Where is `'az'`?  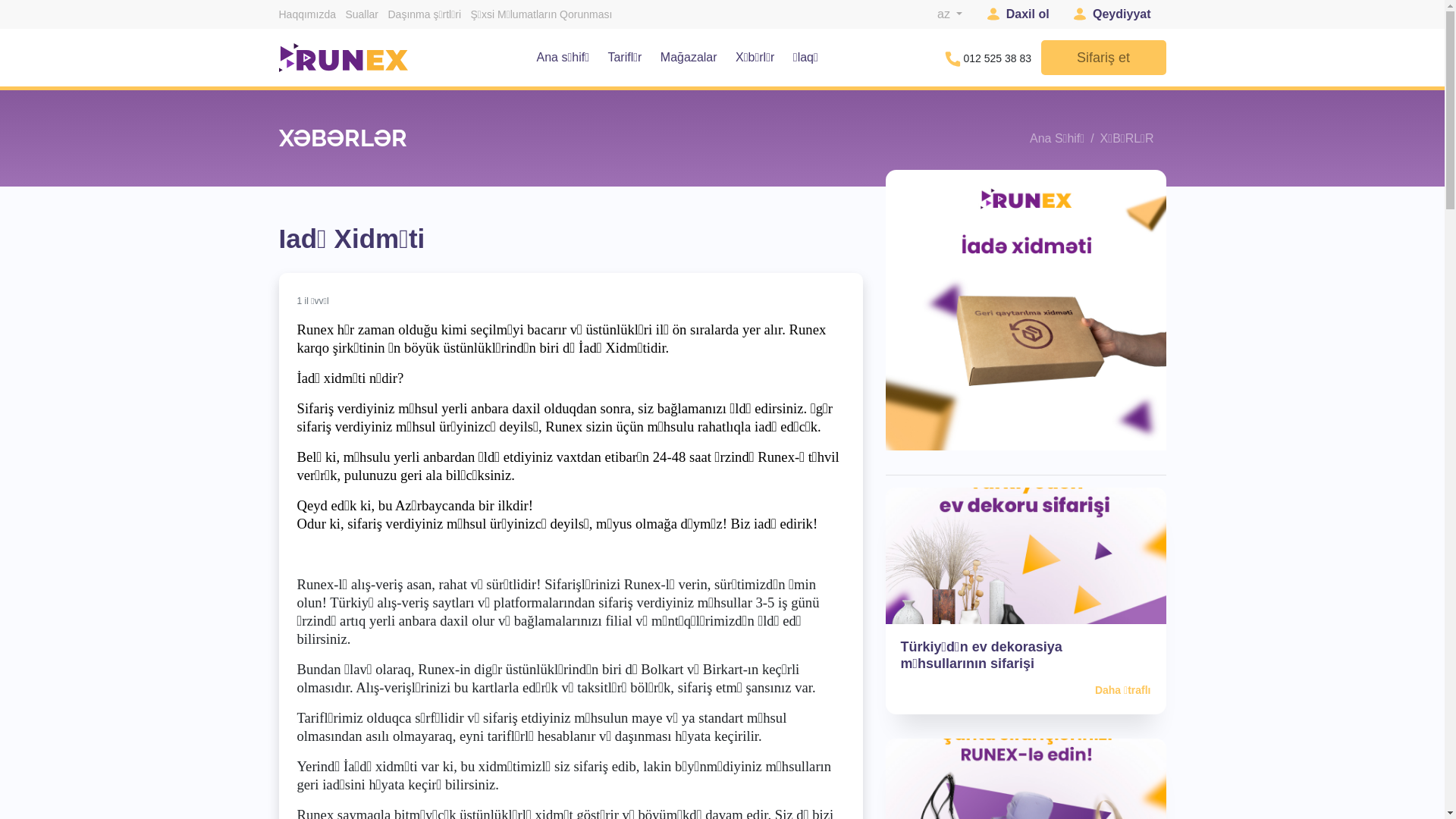 'az' is located at coordinates (949, 14).